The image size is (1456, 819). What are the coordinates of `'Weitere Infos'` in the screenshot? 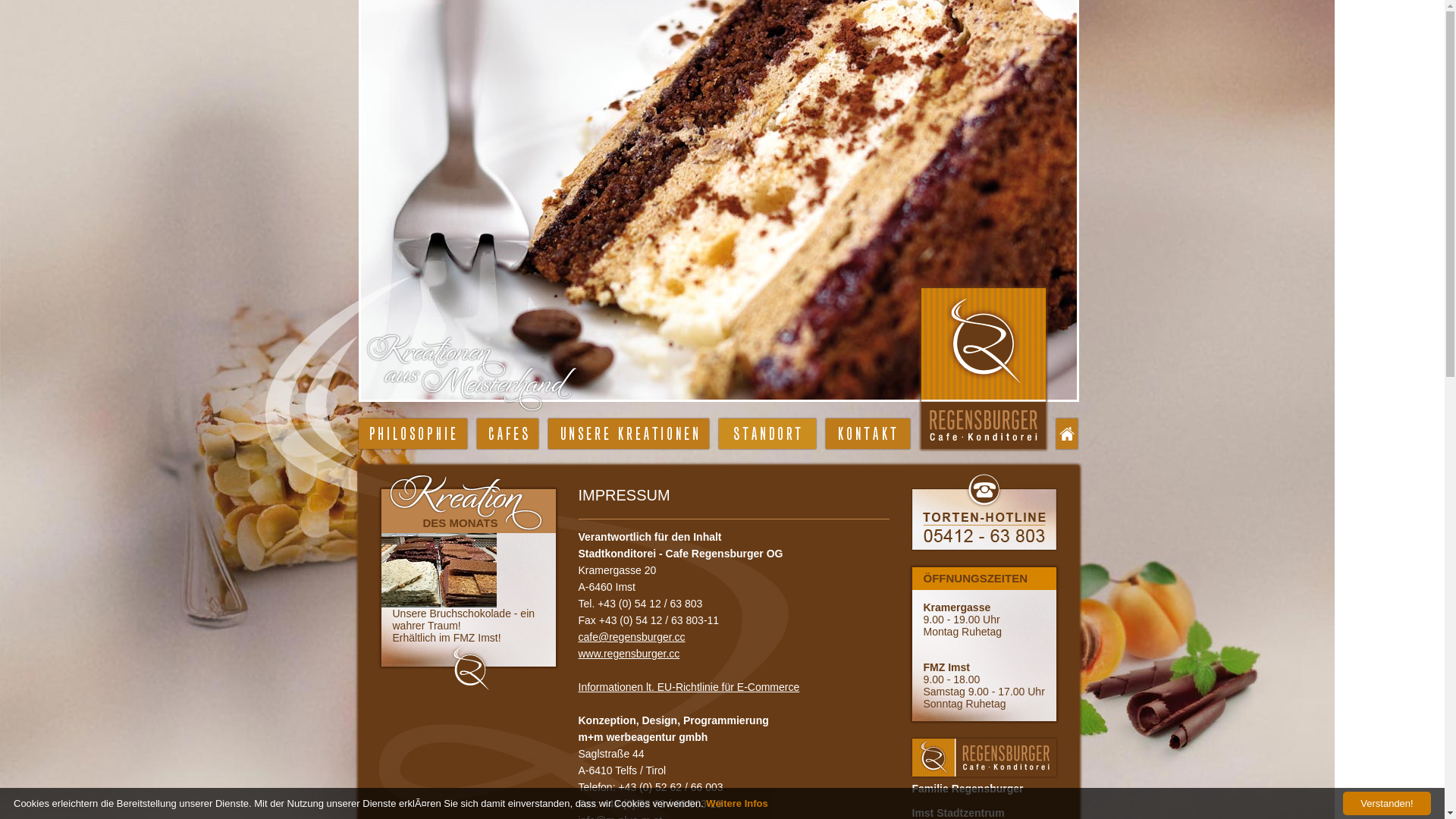 It's located at (736, 802).